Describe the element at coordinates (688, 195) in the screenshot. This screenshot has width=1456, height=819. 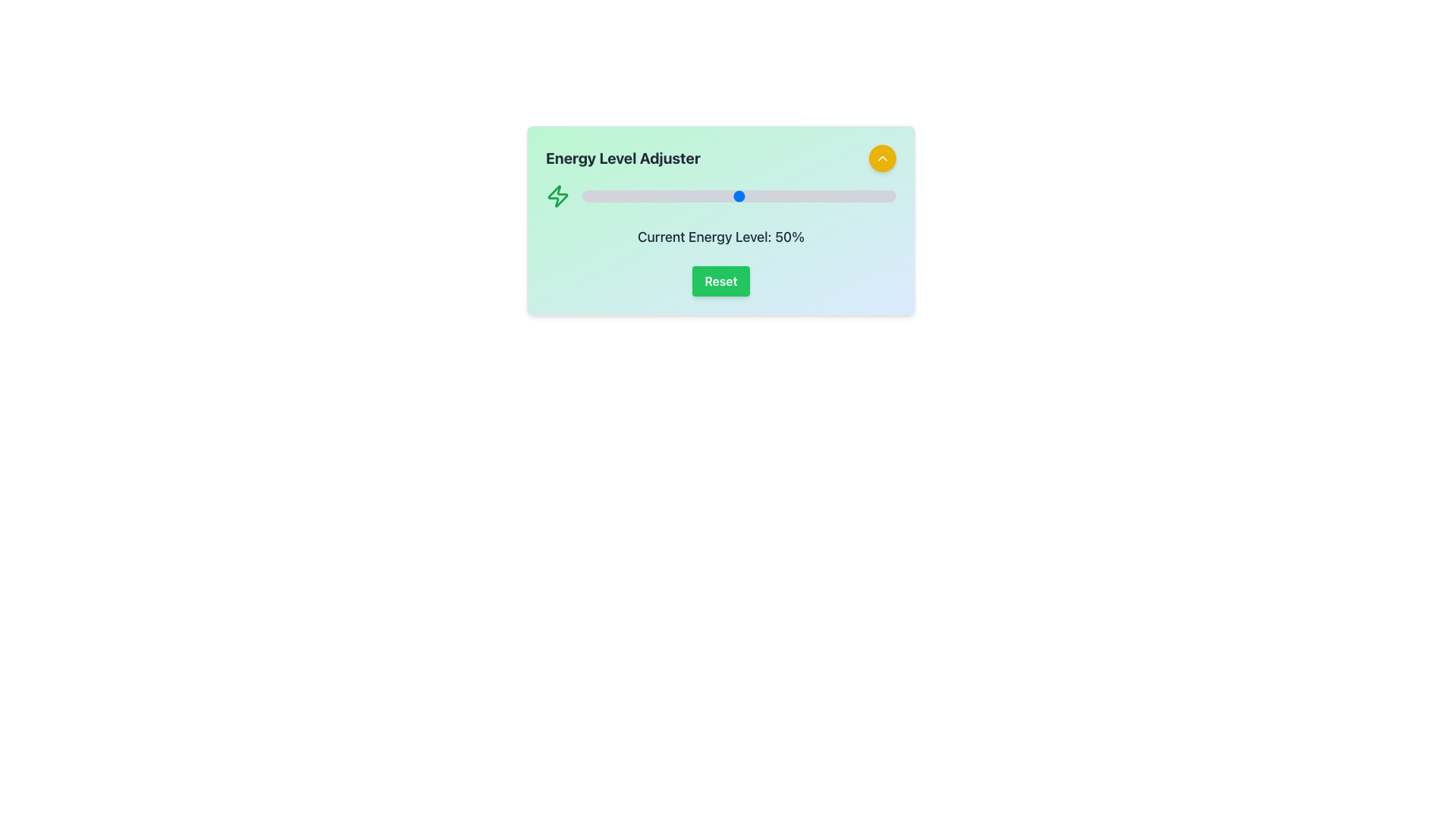
I see `the energy level` at that location.